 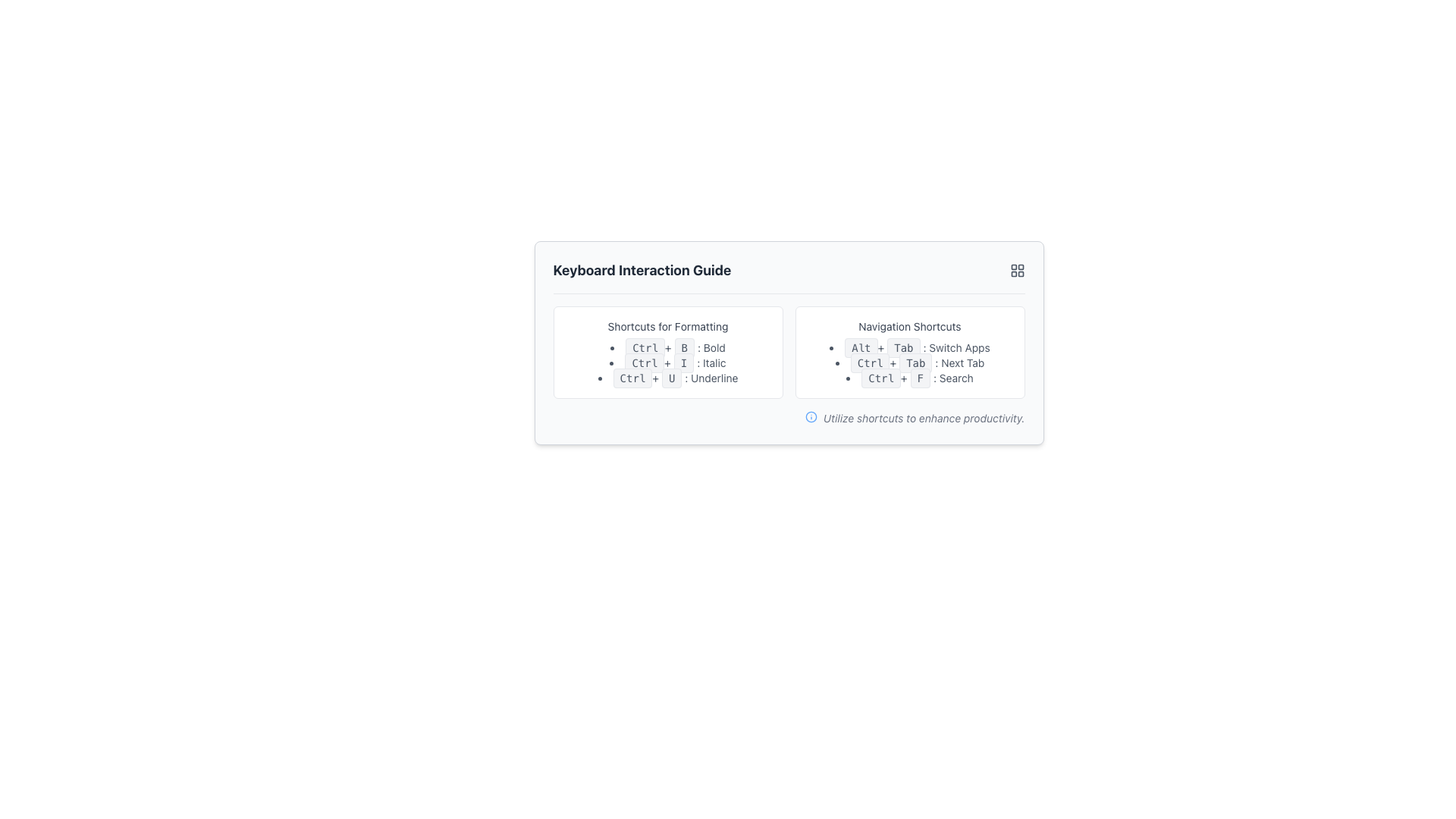 I want to click on the text label styled to resemble a button that contains the text 'Ctrl', which is part of the 'Ctrl+U: Underline' shortcut in the 'Keyboard Interaction Guide', so click(x=632, y=377).